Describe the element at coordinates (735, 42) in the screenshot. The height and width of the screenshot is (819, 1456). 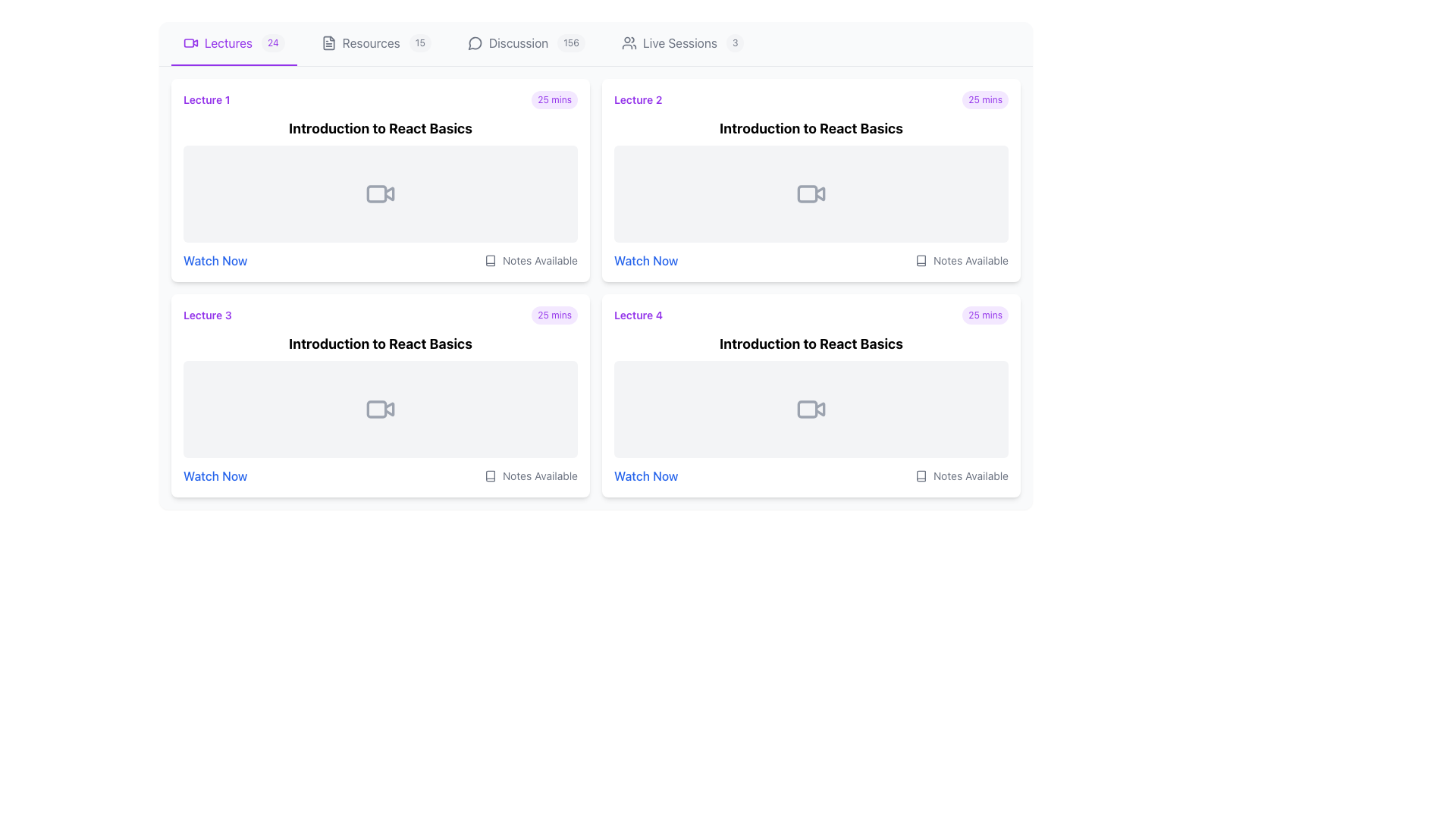
I see `the content of the non-interactive Counter Badge displaying the number '3', located at the far right of the 'Live Sessions' section in the navigation bar` at that location.